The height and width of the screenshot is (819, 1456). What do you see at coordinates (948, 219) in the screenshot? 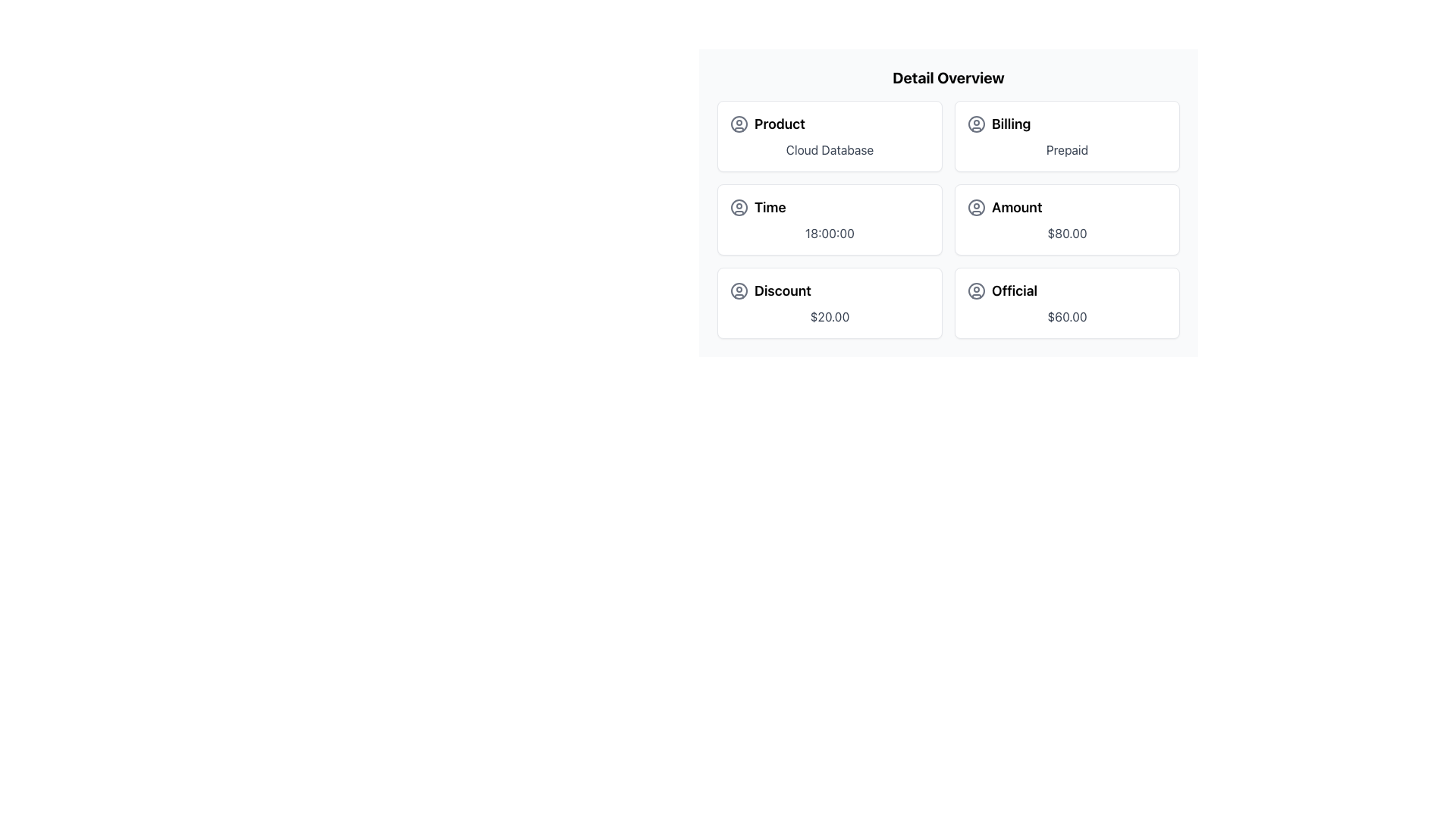
I see `data presented in the structured grid layout located below the 'Detail Overview' title` at bounding box center [948, 219].